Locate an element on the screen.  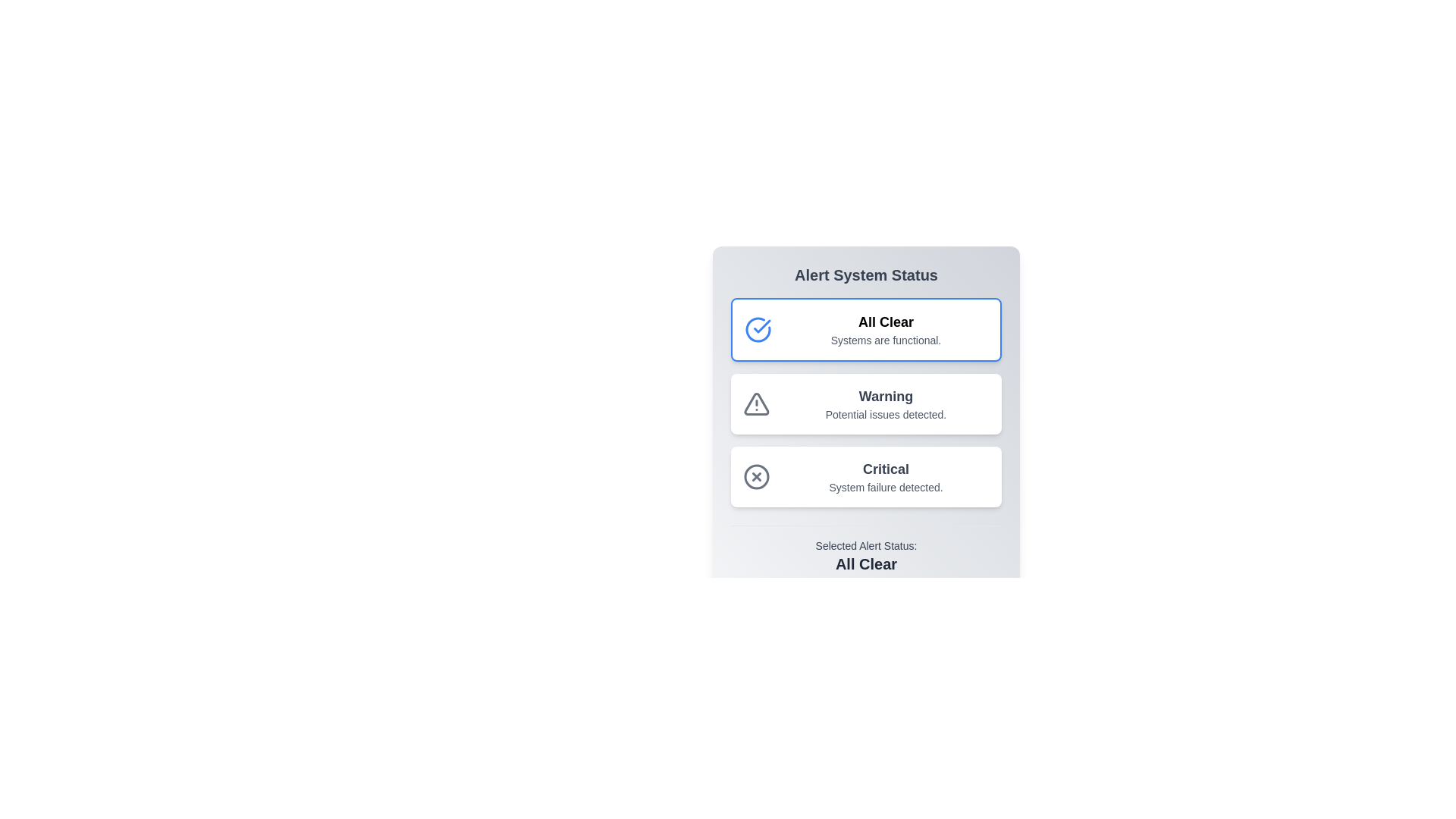
the second alert card labeled 'Alert System Status' to acknowledge or view more details about the potential issues in the system is located at coordinates (866, 403).